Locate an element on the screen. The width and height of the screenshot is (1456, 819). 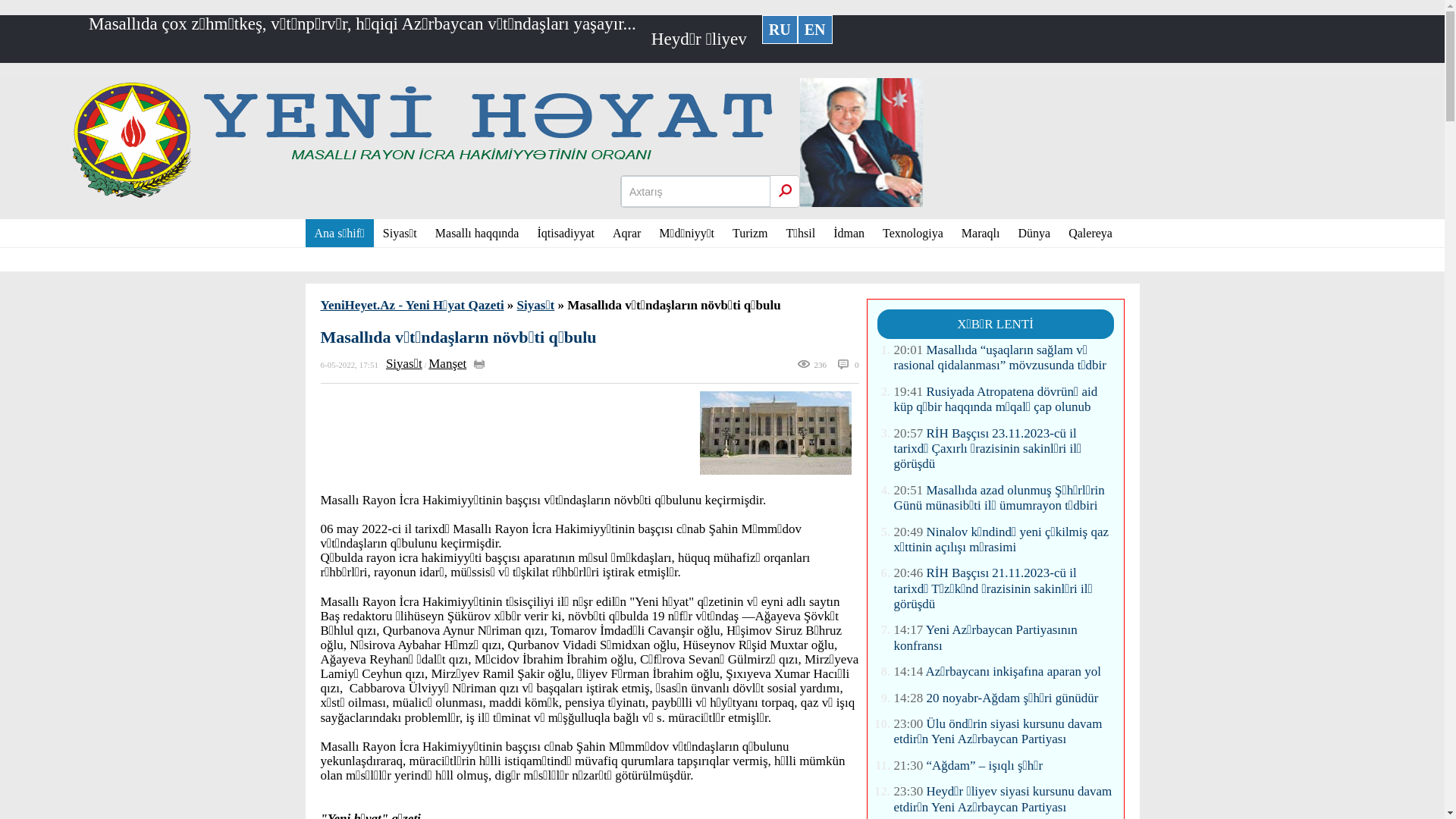
'OK' is located at coordinates (785, 190).